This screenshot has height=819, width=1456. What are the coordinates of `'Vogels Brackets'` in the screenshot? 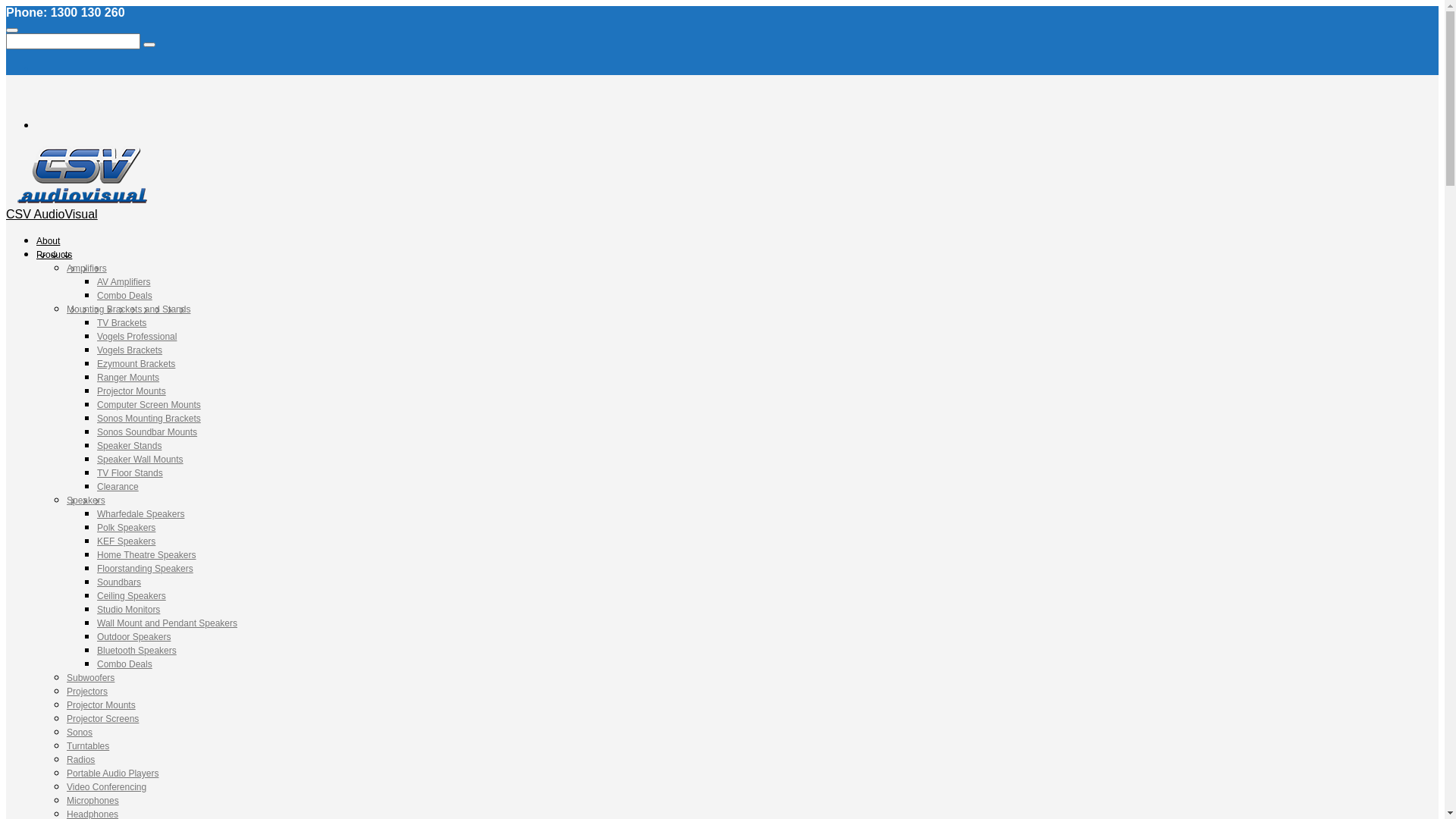 It's located at (130, 350).